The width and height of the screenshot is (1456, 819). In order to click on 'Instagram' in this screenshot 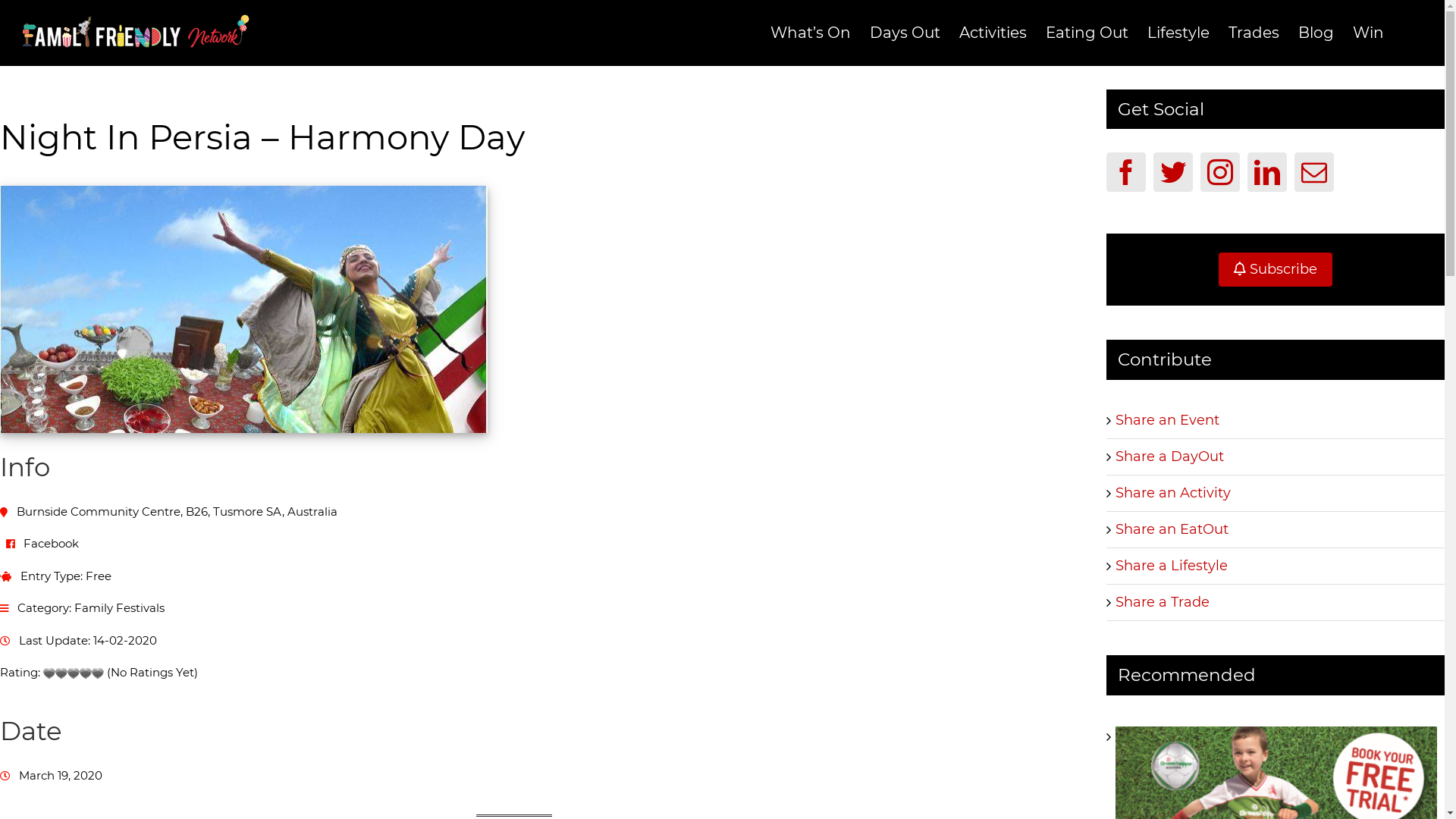, I will do `click(1219, 171)`.